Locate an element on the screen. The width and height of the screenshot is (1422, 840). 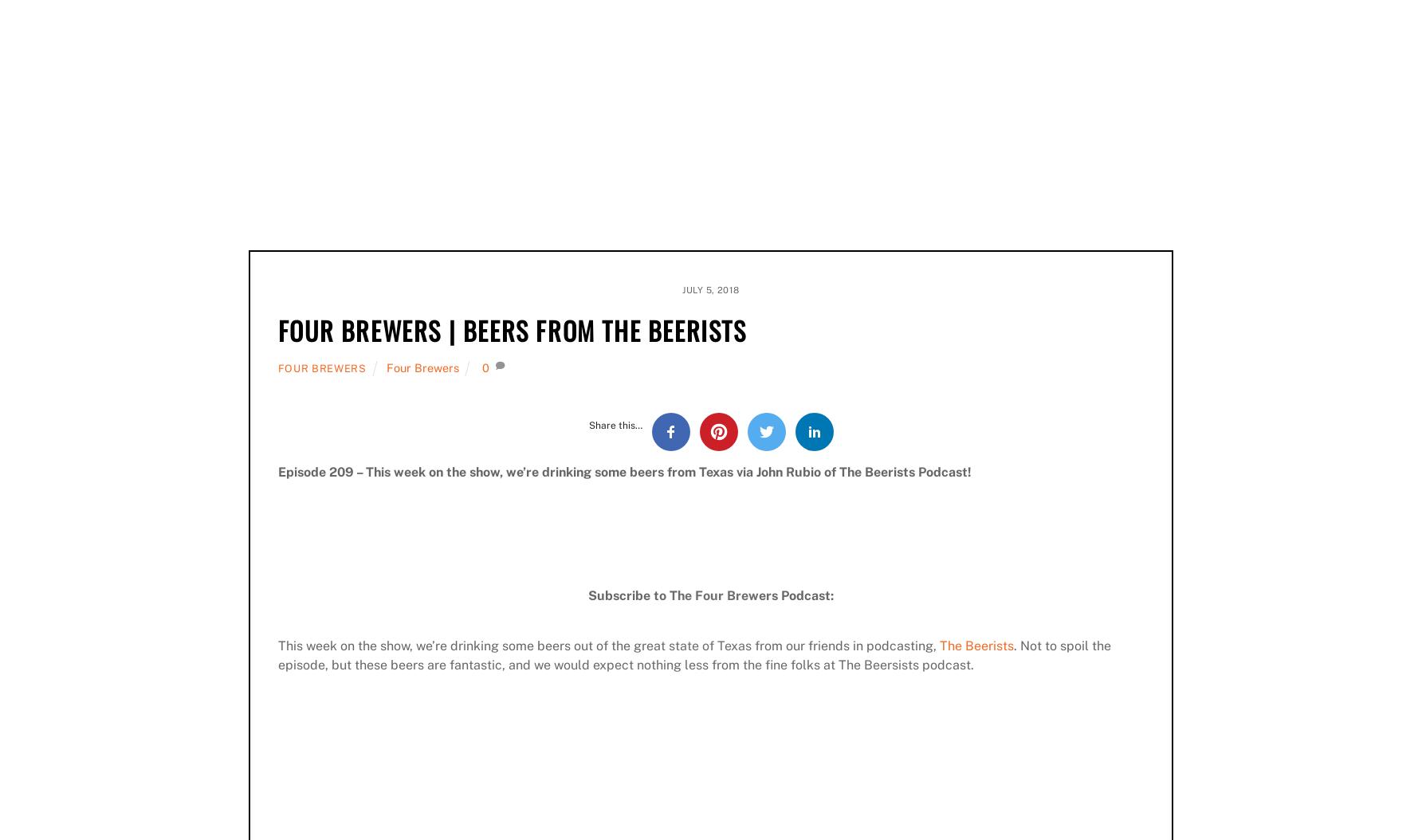
'Four Brewers | Cellar Slendering With Jesse Friedman' is located at coordinates (1003, 407).